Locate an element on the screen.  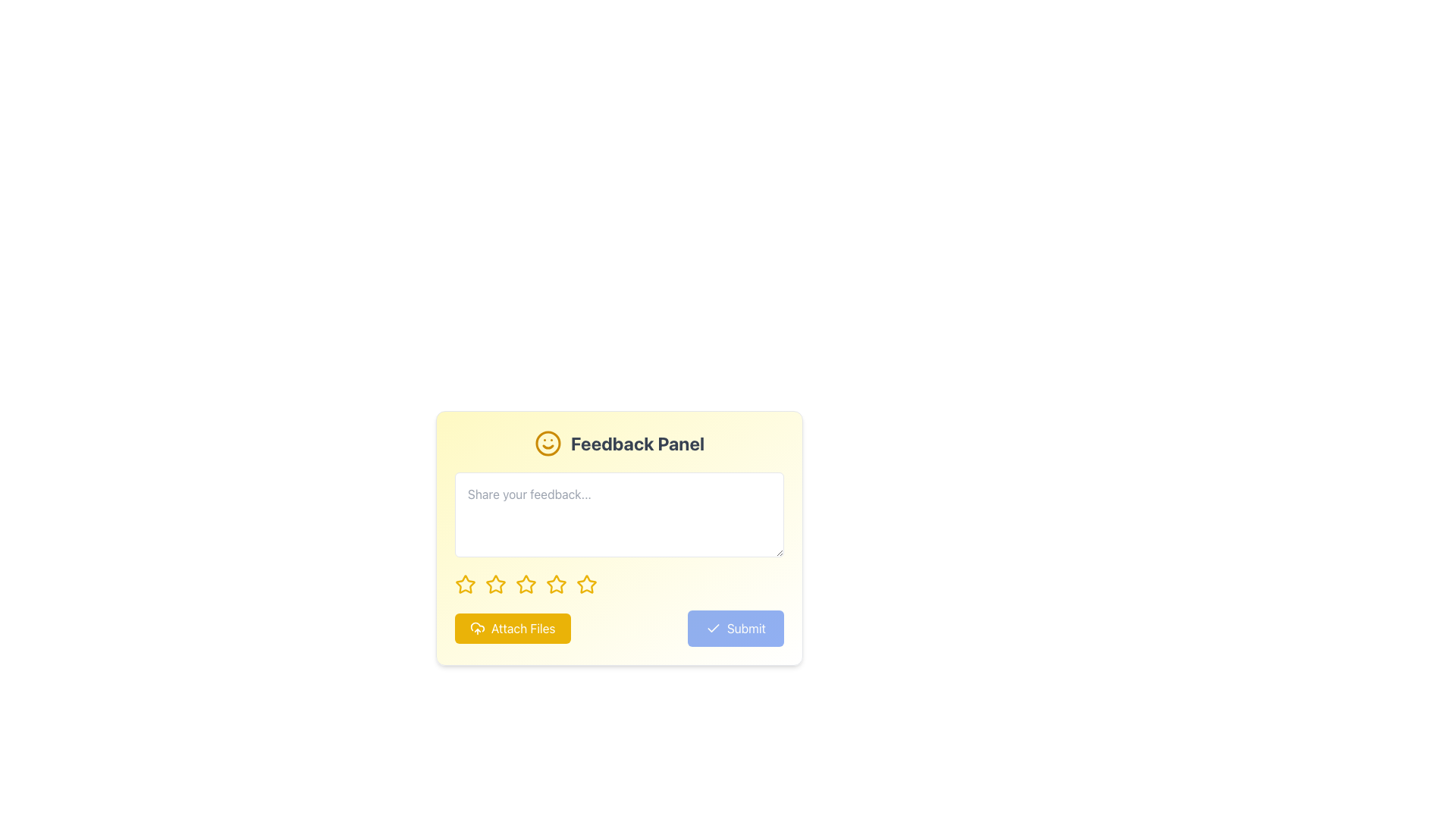
text label that says 'Attach Files' located in the Feedback Panel, which is styled in white text on a yellow background, positioned below the star rating icons and to the left of the blue 'Submit' button is located at coordinates (523, 629).